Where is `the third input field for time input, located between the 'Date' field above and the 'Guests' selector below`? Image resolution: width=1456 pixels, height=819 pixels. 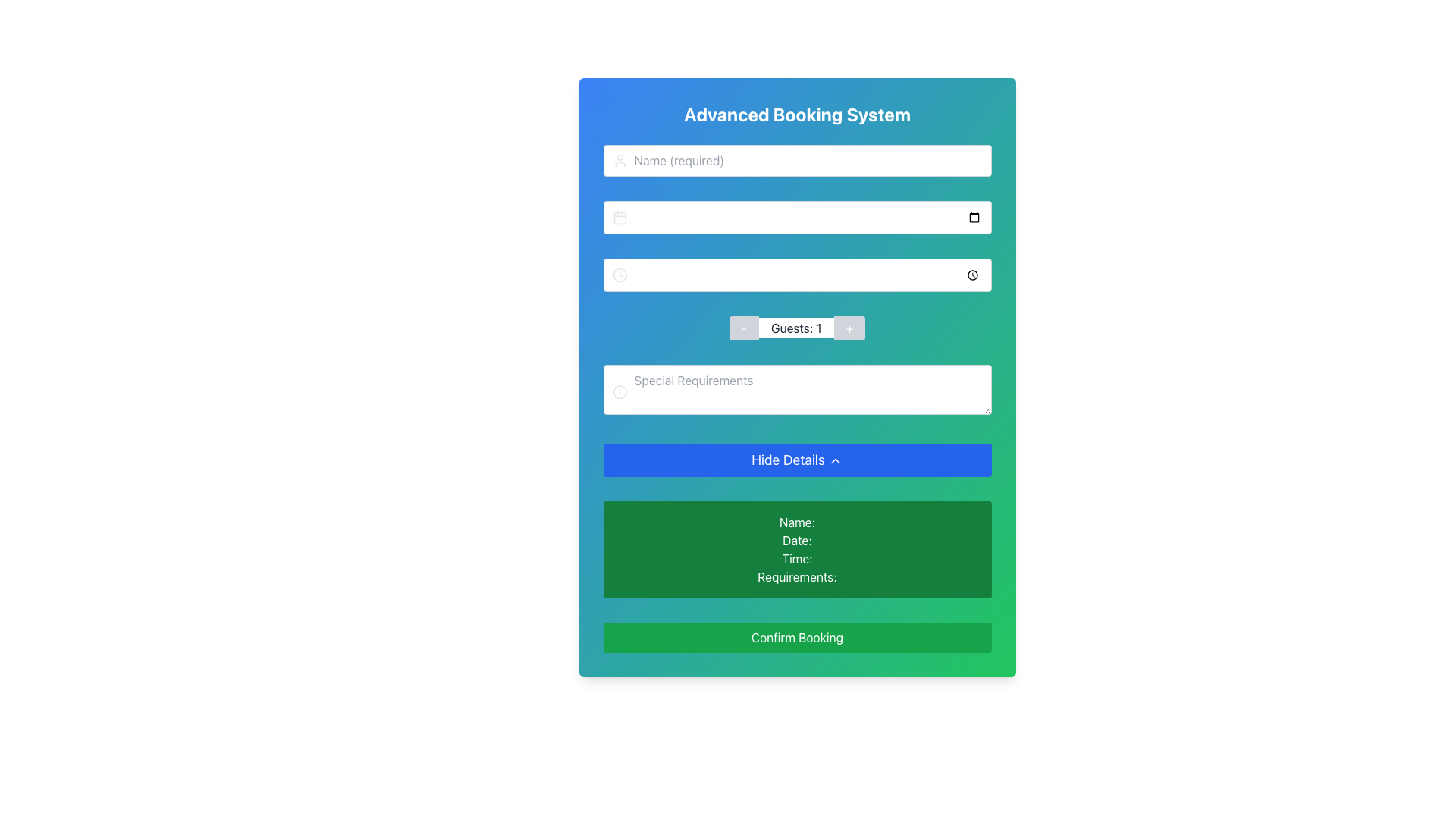
the third input field for time input, located between the 'Date' field above and the 'Guests' selector below is located at coordinates (796, 275).